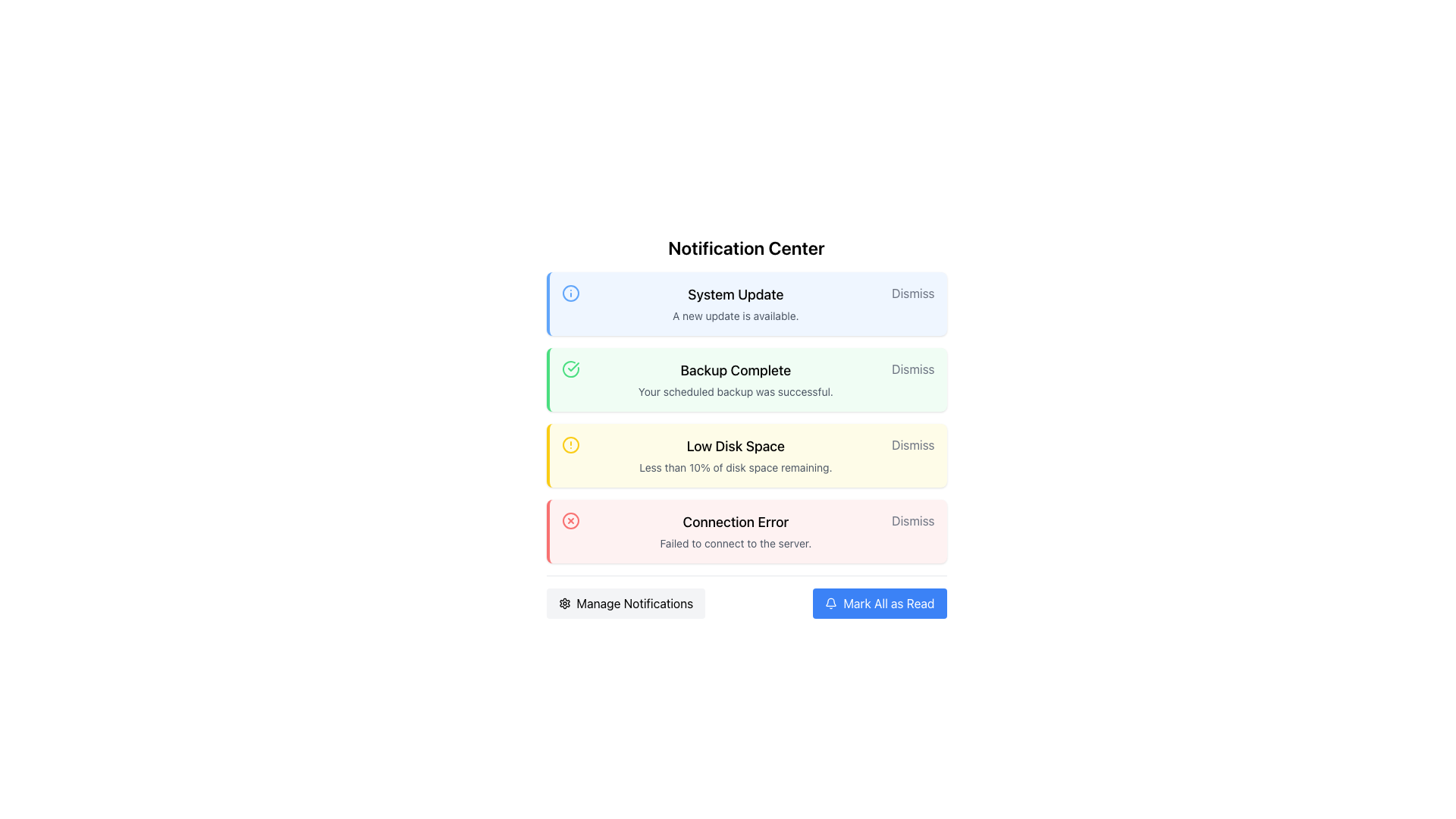 This screenshot has height=819, width=1456. What do you see at coordinates (570, 444) in the screenshot?
I see `the central circular component of the yellow-bordered icon in the third notification entry labeled 'Low Disk Space' to acknowledge the warning status` at bounding box center [570, 444].